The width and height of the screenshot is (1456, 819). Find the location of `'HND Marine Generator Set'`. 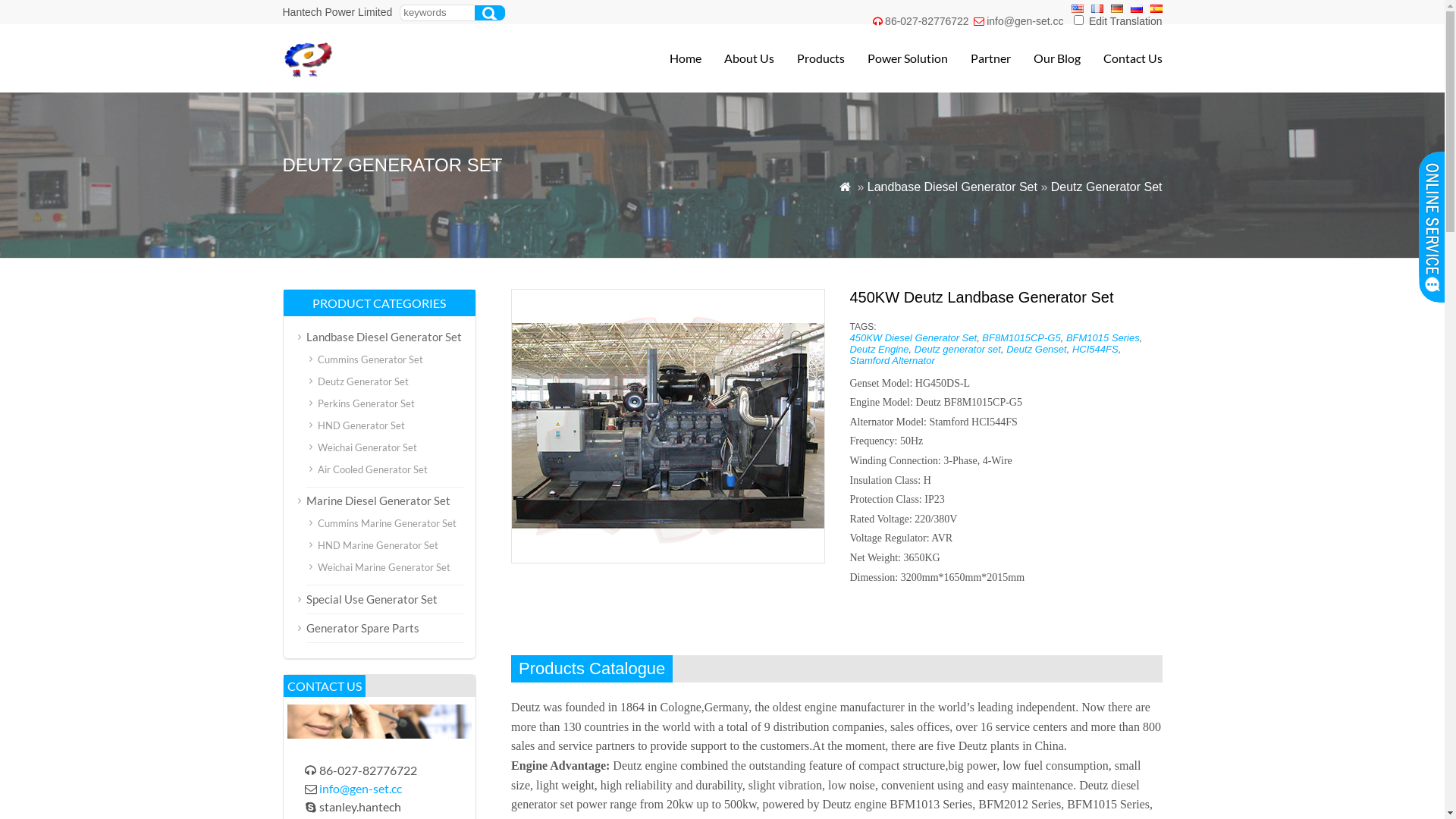

'HND Marine Generator Set' is located at coordinates (315, 544).